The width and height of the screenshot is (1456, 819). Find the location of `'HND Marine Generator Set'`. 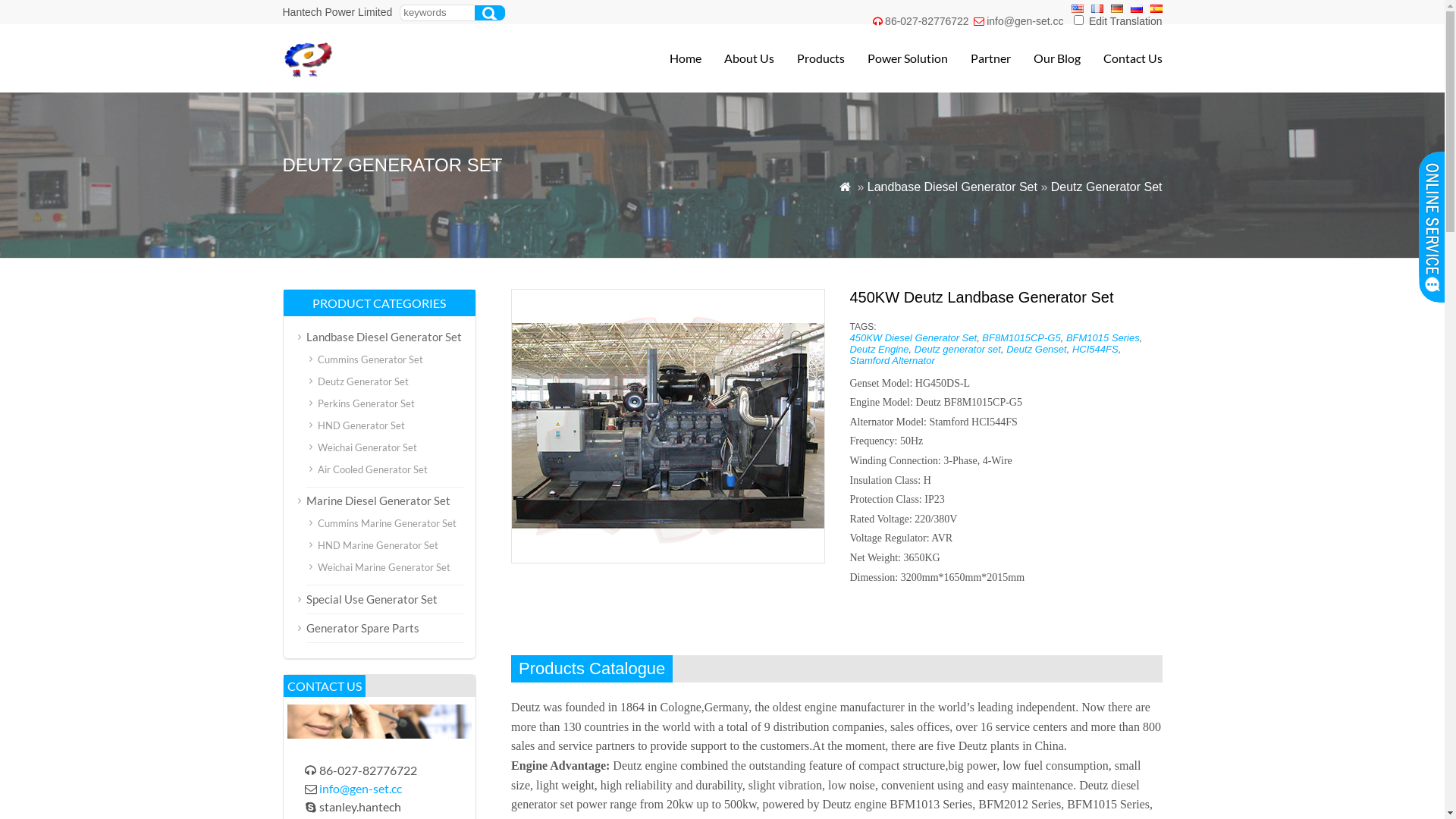

'HND Marine Generator Set' is located at coordinates (315, 544).